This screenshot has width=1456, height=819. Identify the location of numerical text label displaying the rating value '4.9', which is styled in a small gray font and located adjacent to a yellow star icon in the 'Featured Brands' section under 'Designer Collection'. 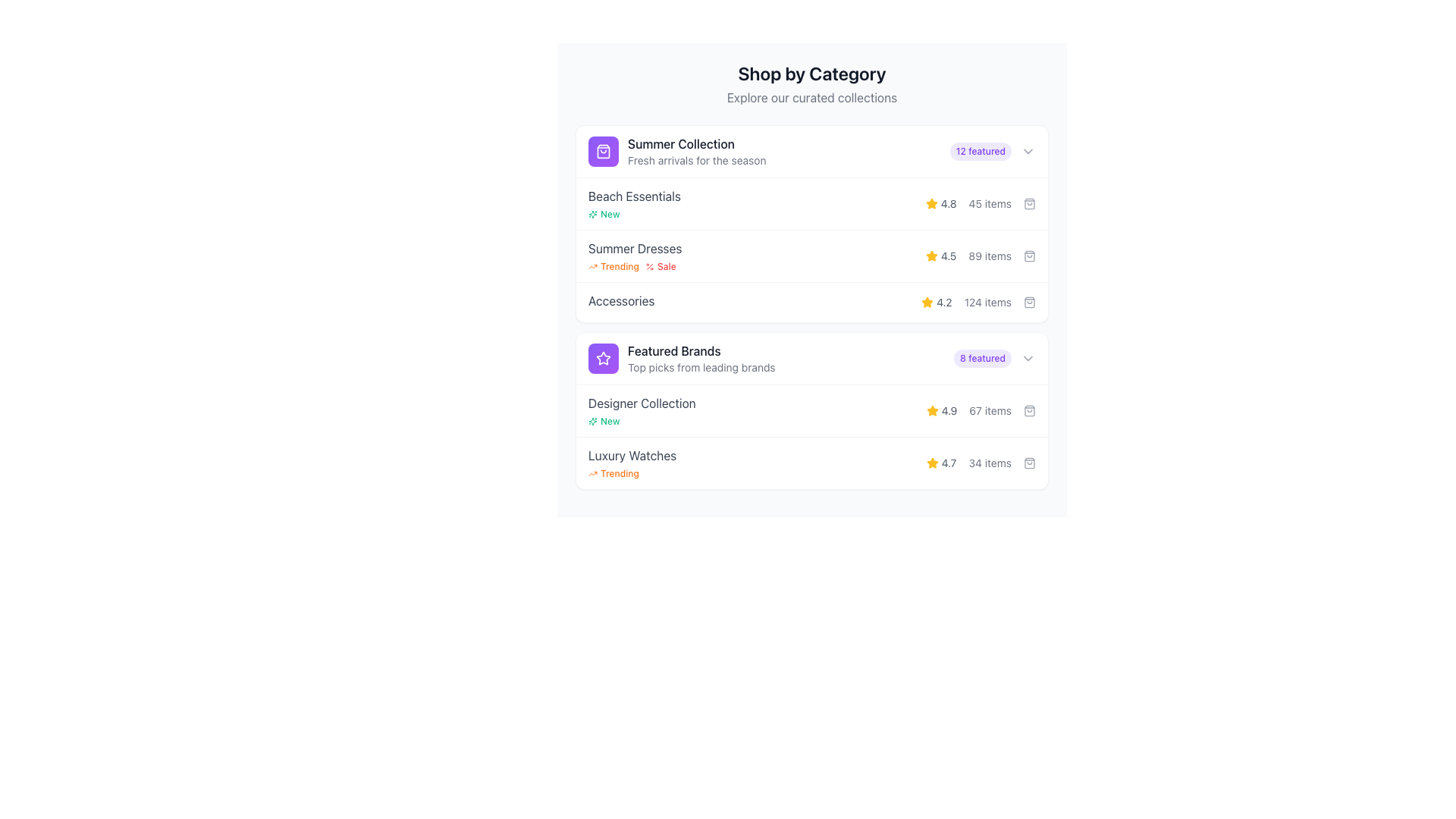
(949, 411).